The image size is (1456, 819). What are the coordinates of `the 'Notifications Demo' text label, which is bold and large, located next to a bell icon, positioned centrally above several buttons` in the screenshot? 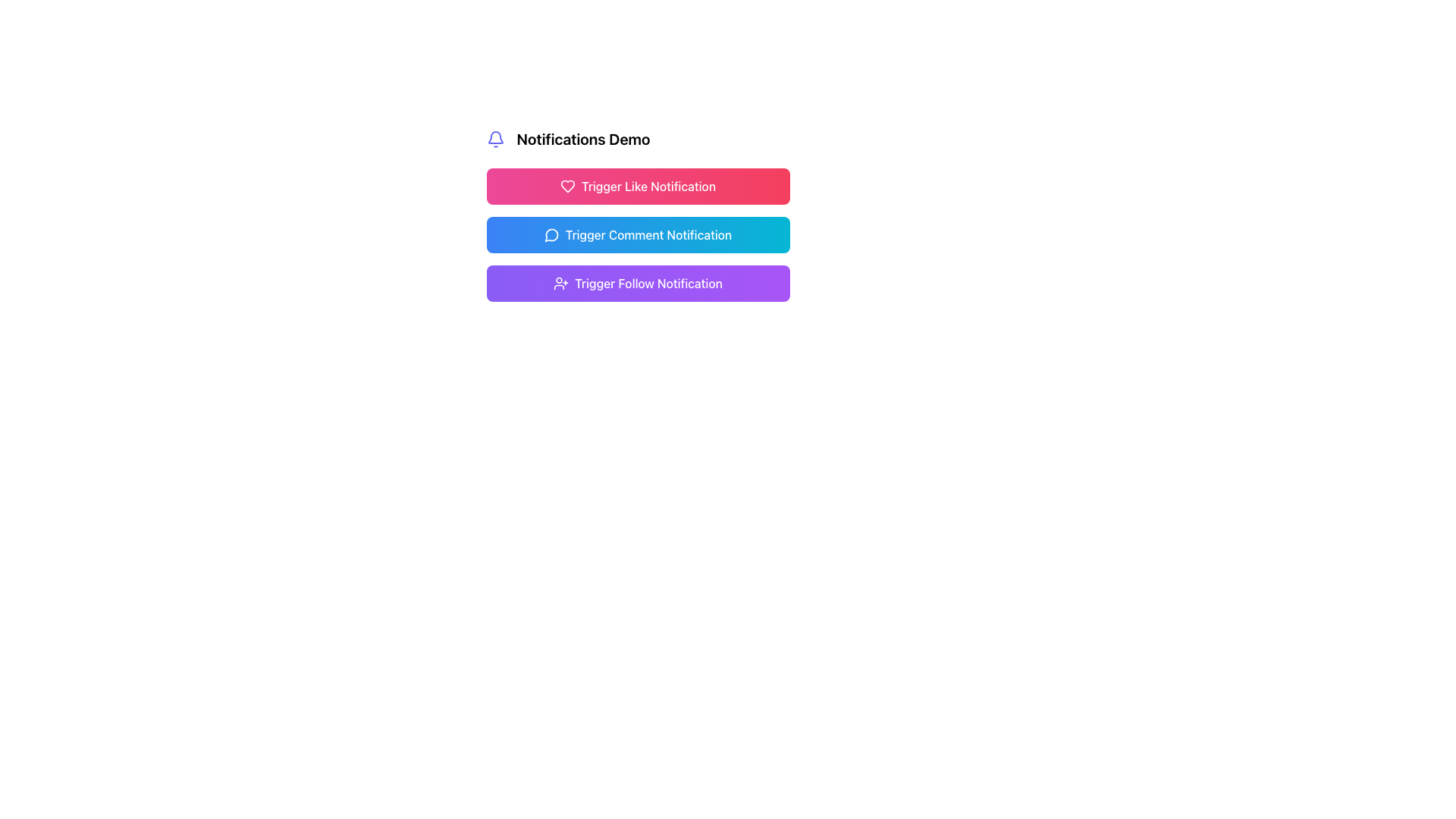 It's located at (582, 140).